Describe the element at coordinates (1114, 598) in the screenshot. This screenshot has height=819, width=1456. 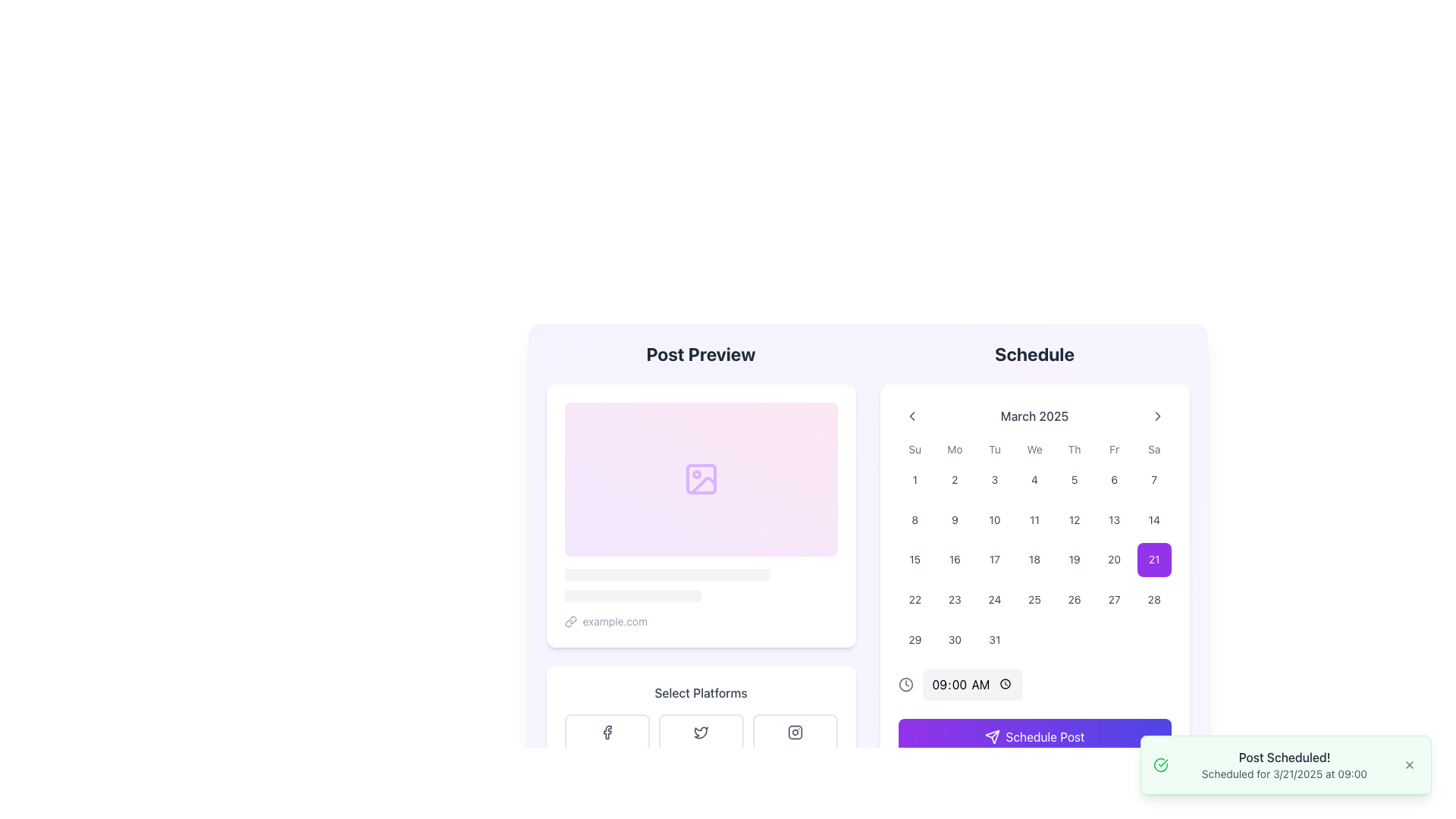
I see `the square button with rounded corners containing the number '27' in a smaller gray font` at that location.